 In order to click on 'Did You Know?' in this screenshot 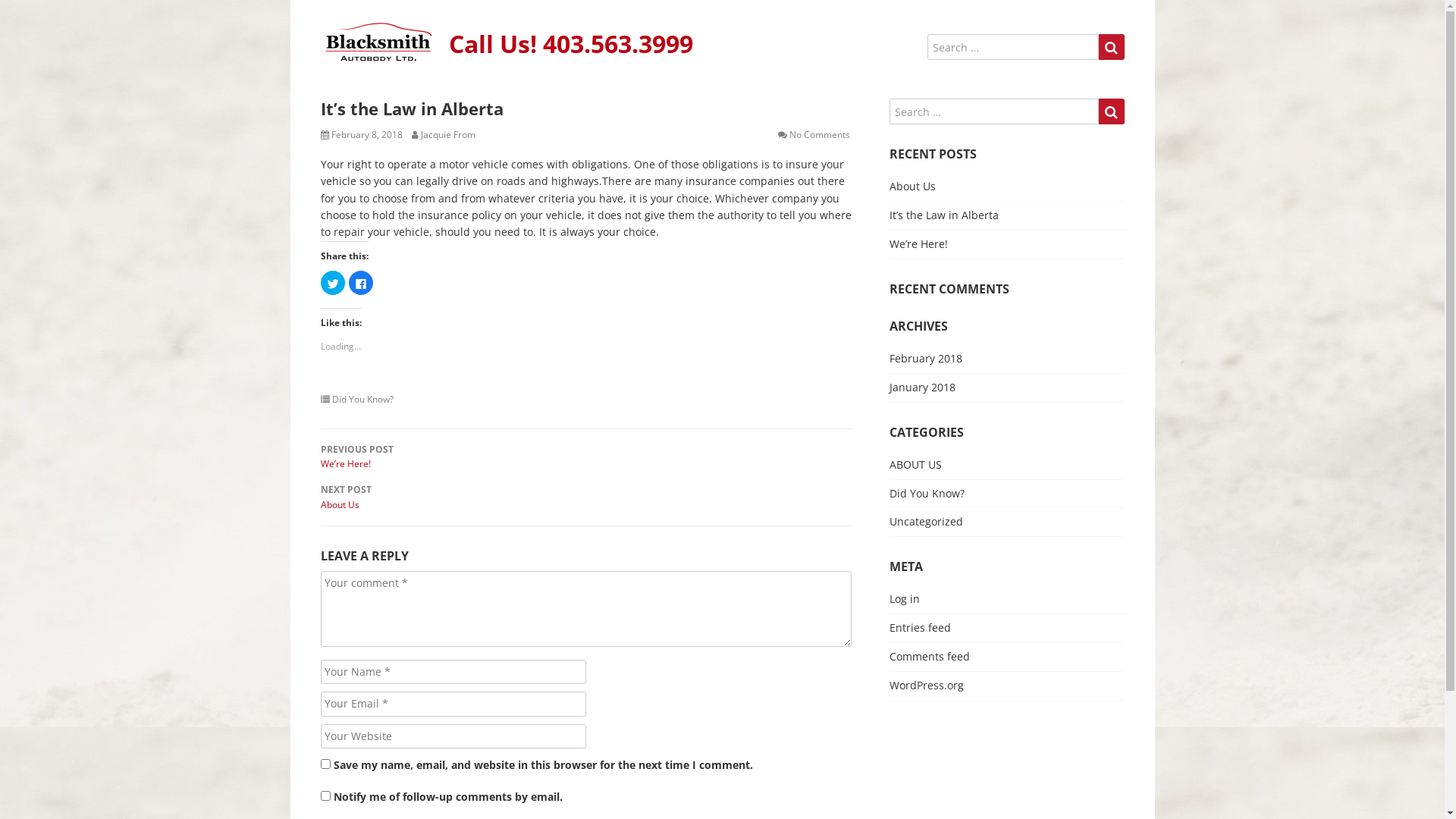, I will do `click(925, 493)`.